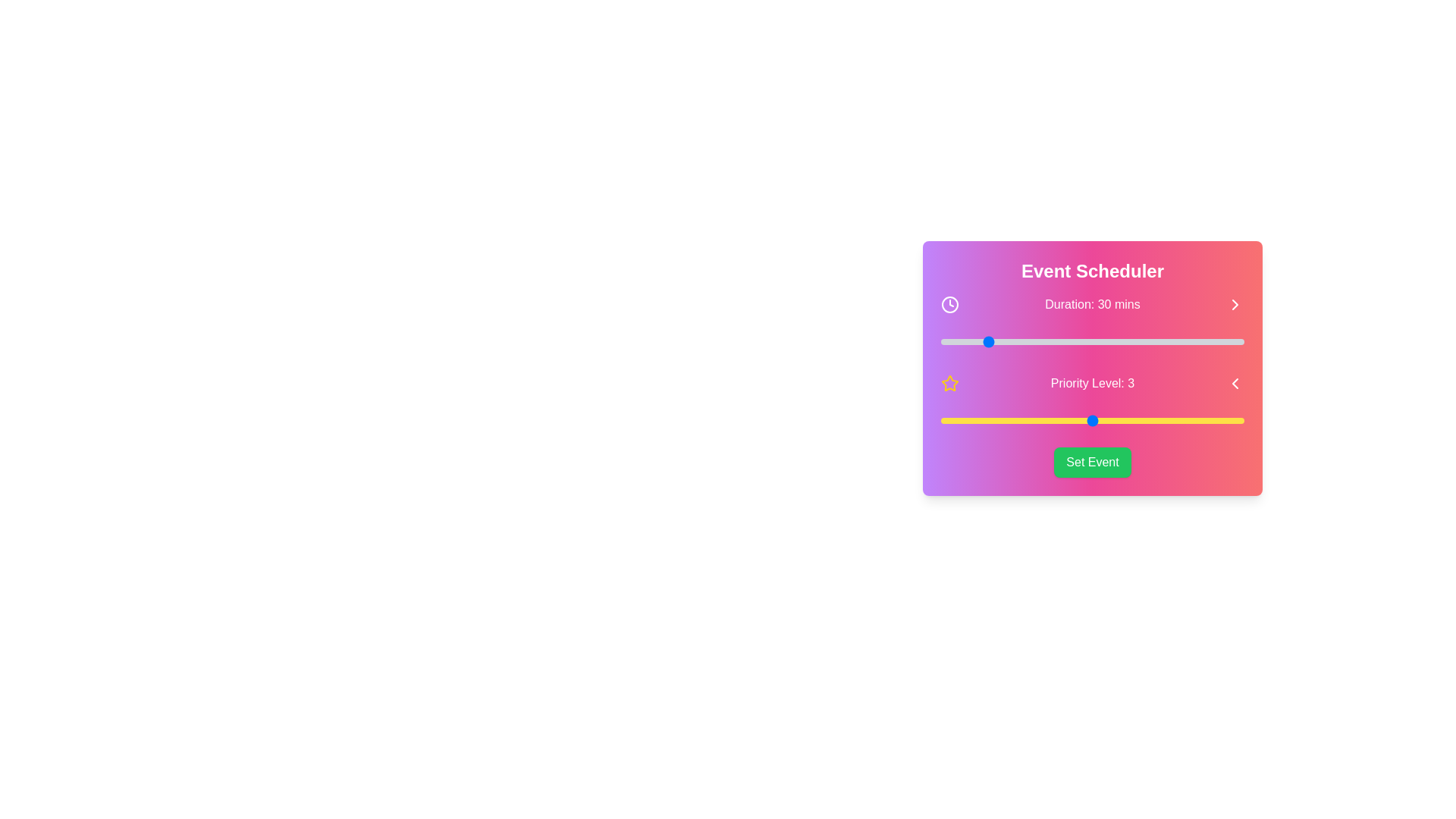 The height and width of the screenshot is (819, 1456). Describe the element at coordinates (1235, 304) in the screenshot. I see `the last icon button, which is a chevron adjacent to the label 'Duration: 30 mins'` at that location.